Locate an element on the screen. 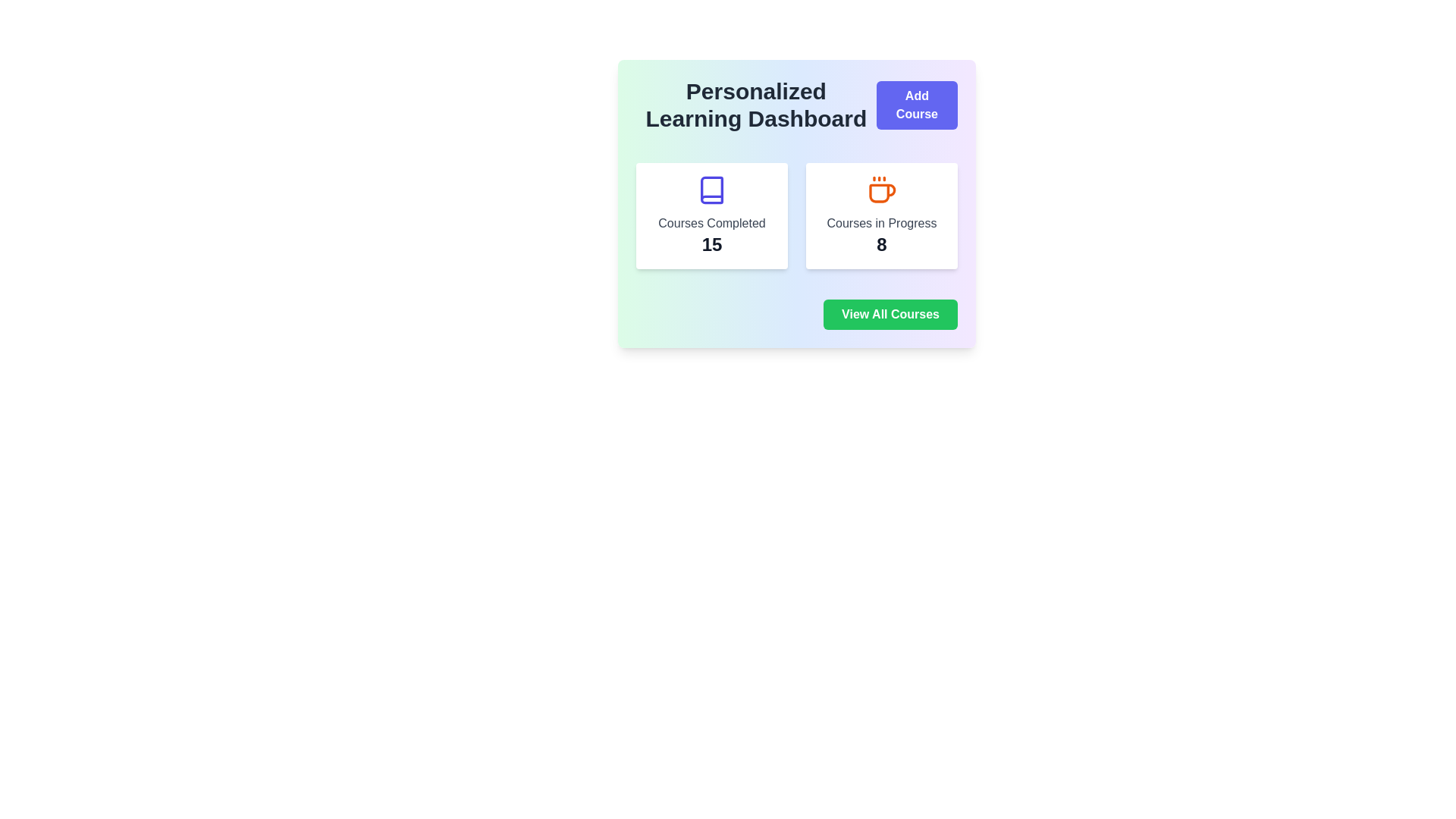  the orange-colored coffee cup icon with a stylized design, which is positioned centrally in the header area of the 'Courses in Progress' card is located at coordinates (881, 189).